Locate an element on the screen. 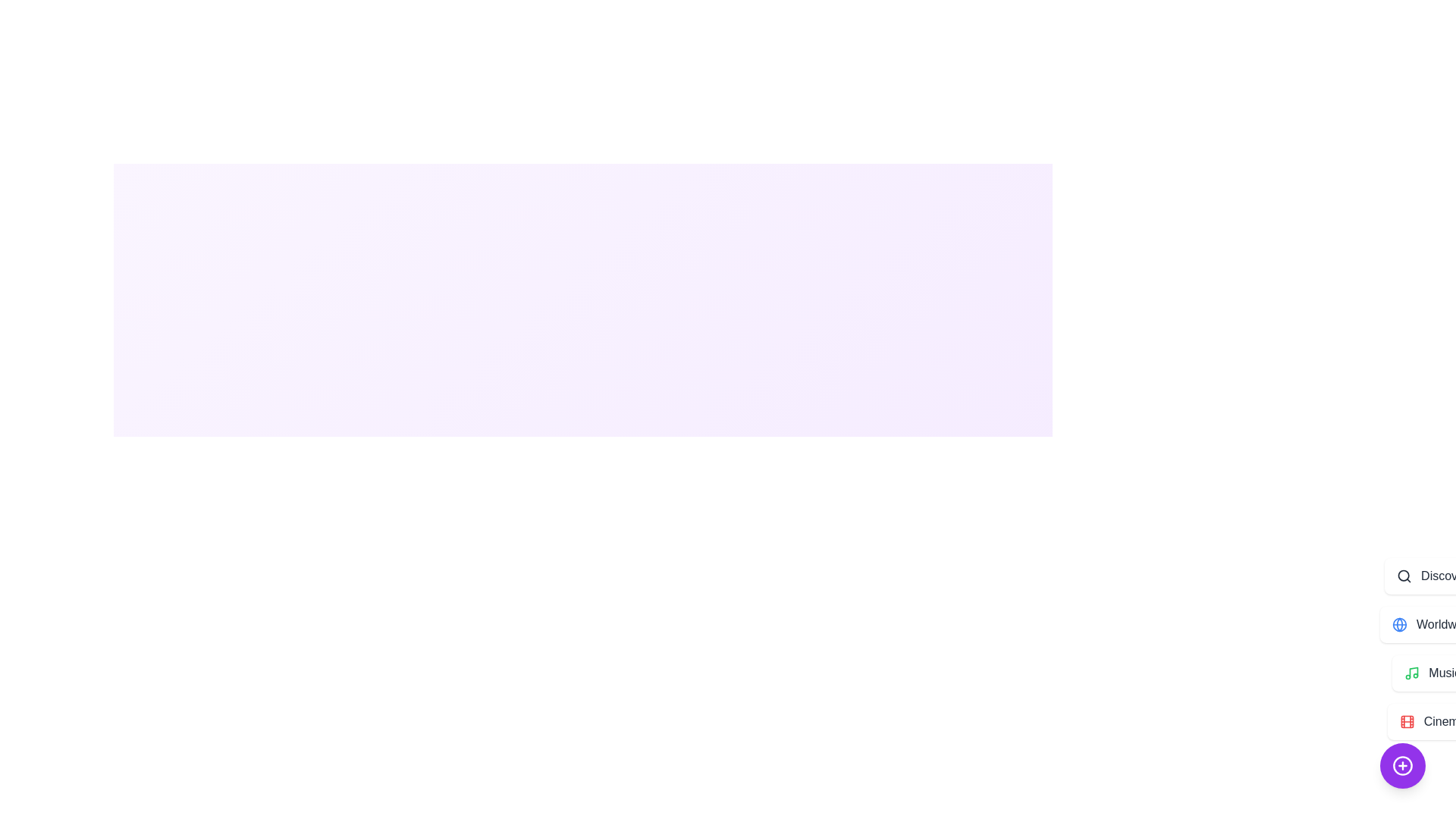 This screenshot has height=819, width=1456. the 'Cinema' button to select and interact with it is located at coordinates (1432, 721).